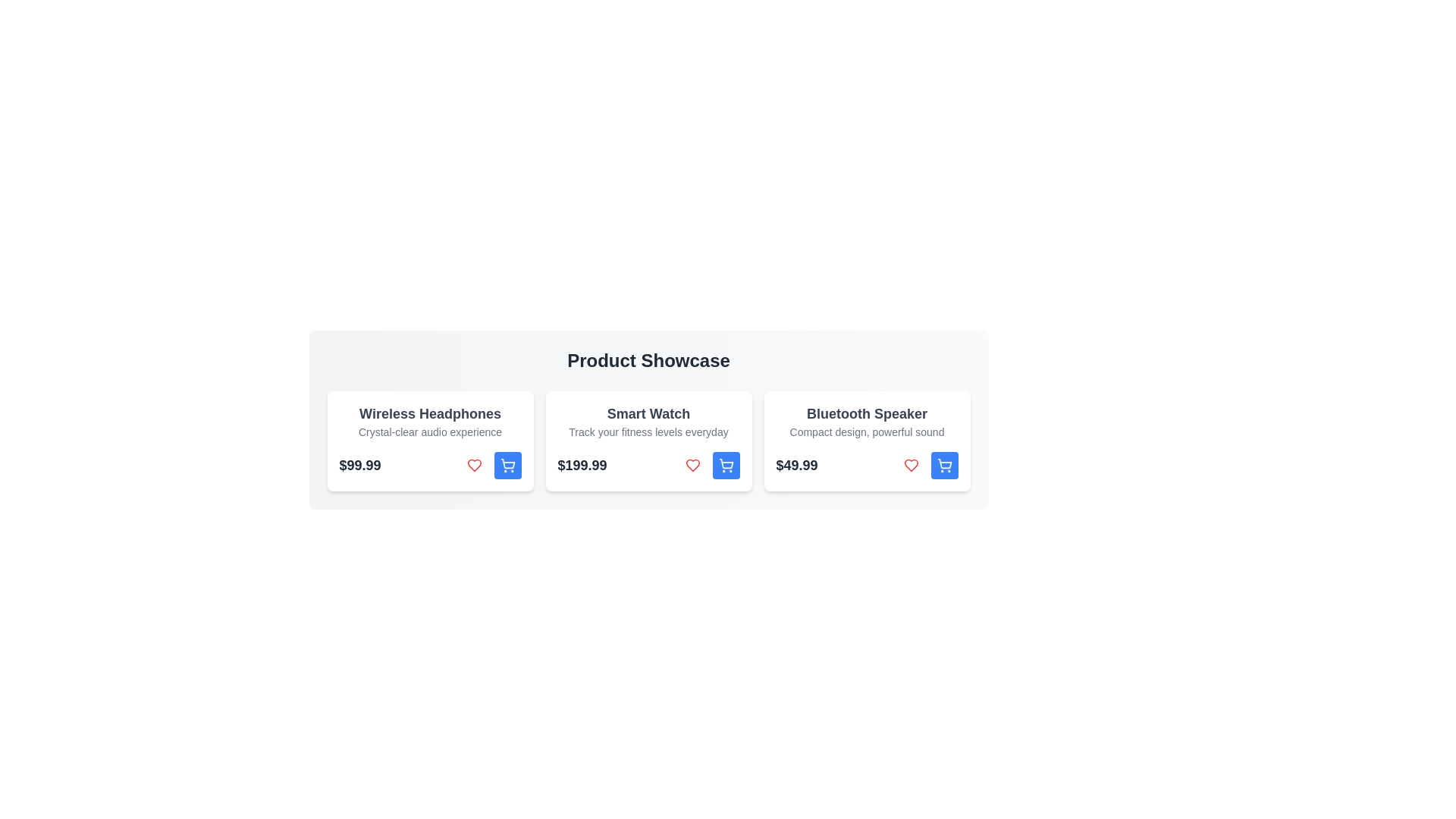 The image size is (1456, 819). What do you see at coordinates (648, 441) in the screenshot?
I see `the product card for Smart Watch to view its details` at bounding box center [648, 441].